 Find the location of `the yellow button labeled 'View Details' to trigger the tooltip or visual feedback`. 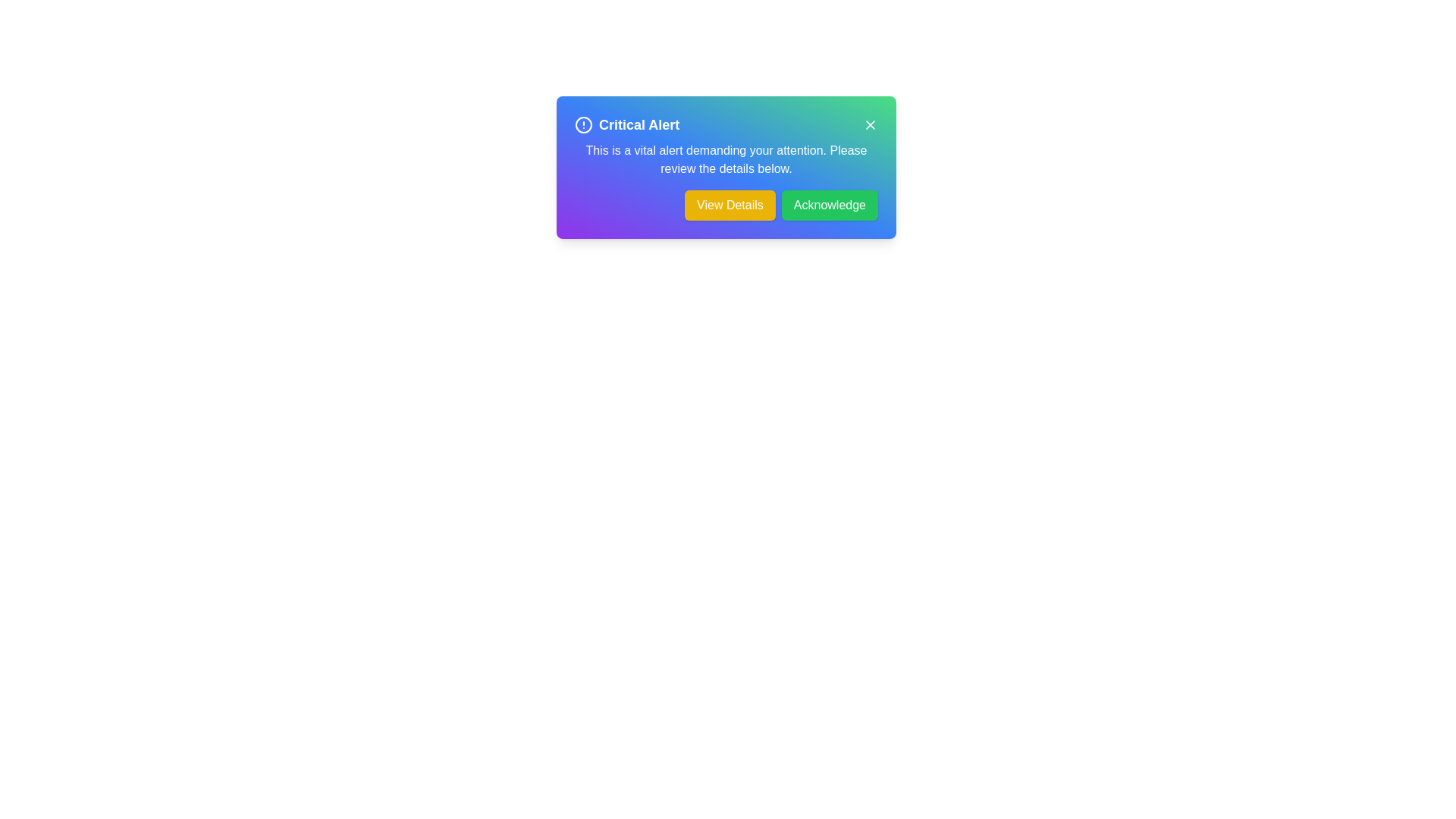

the yellow button labeled 'View Details' to trigger the tooltip or visual feedback is located at coordinates (726, 205).